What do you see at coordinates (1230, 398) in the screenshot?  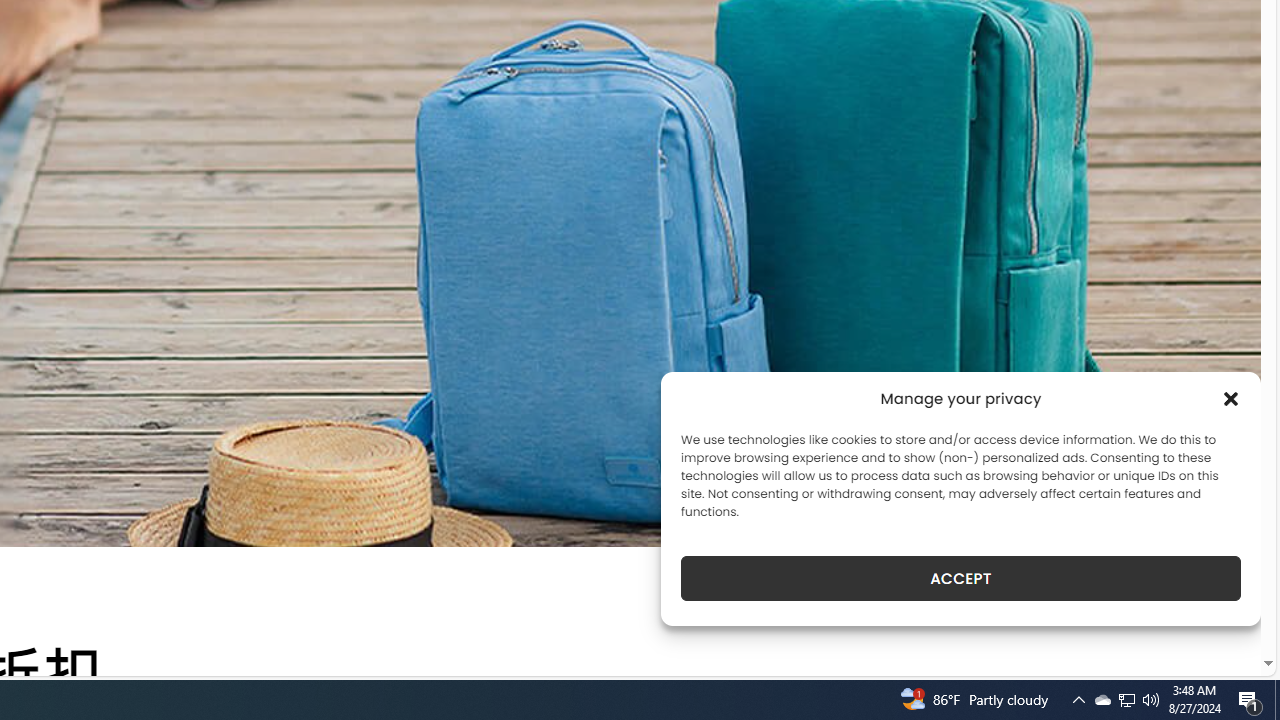 I see `'Class: cmplz-close'` at bounding box center [1230, 398].